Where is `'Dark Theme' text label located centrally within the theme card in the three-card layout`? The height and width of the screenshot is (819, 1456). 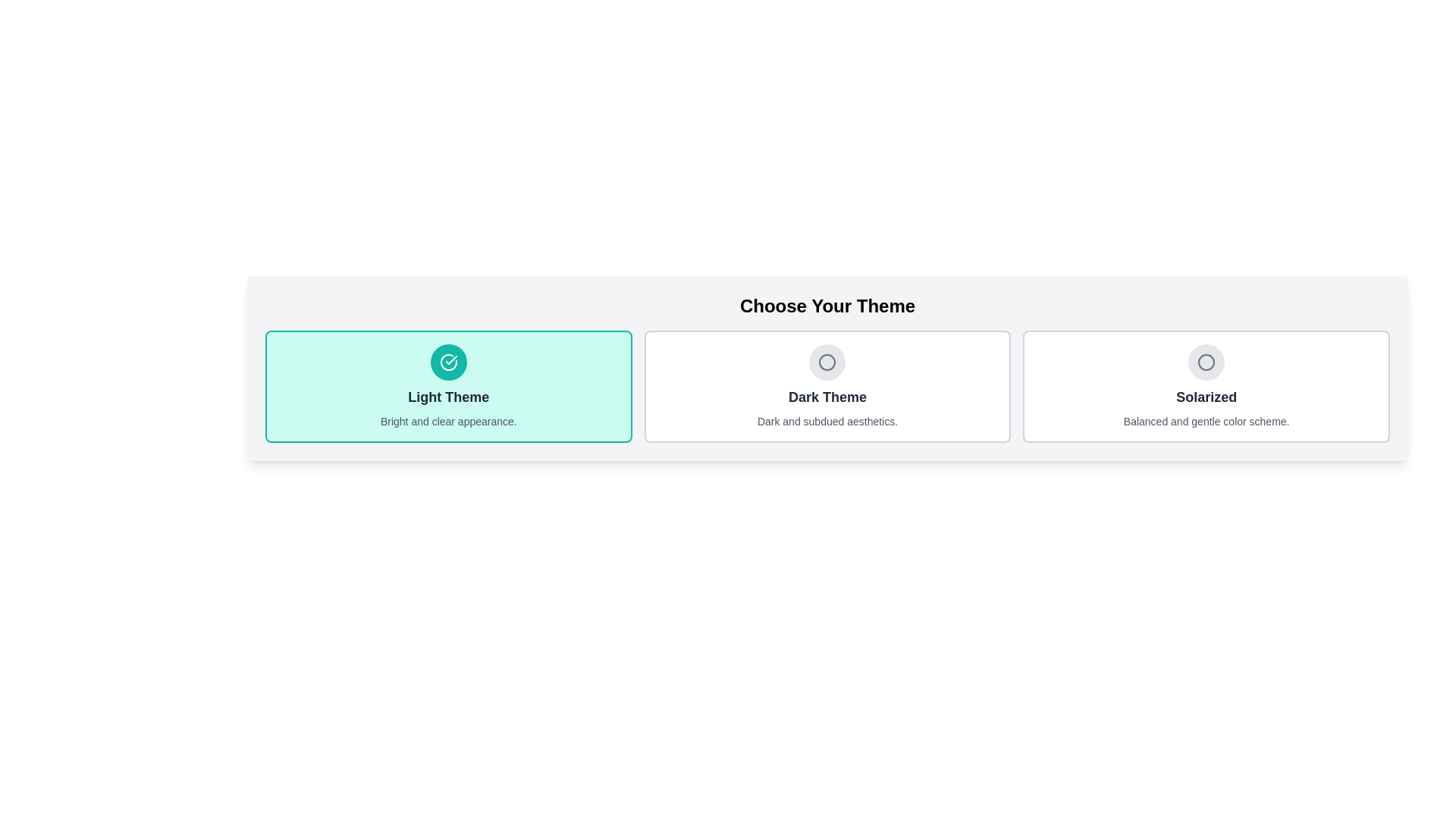 'Dark Theme' text label located centrally within the theme card in the three-card layout is located at coordinates (827, 397).